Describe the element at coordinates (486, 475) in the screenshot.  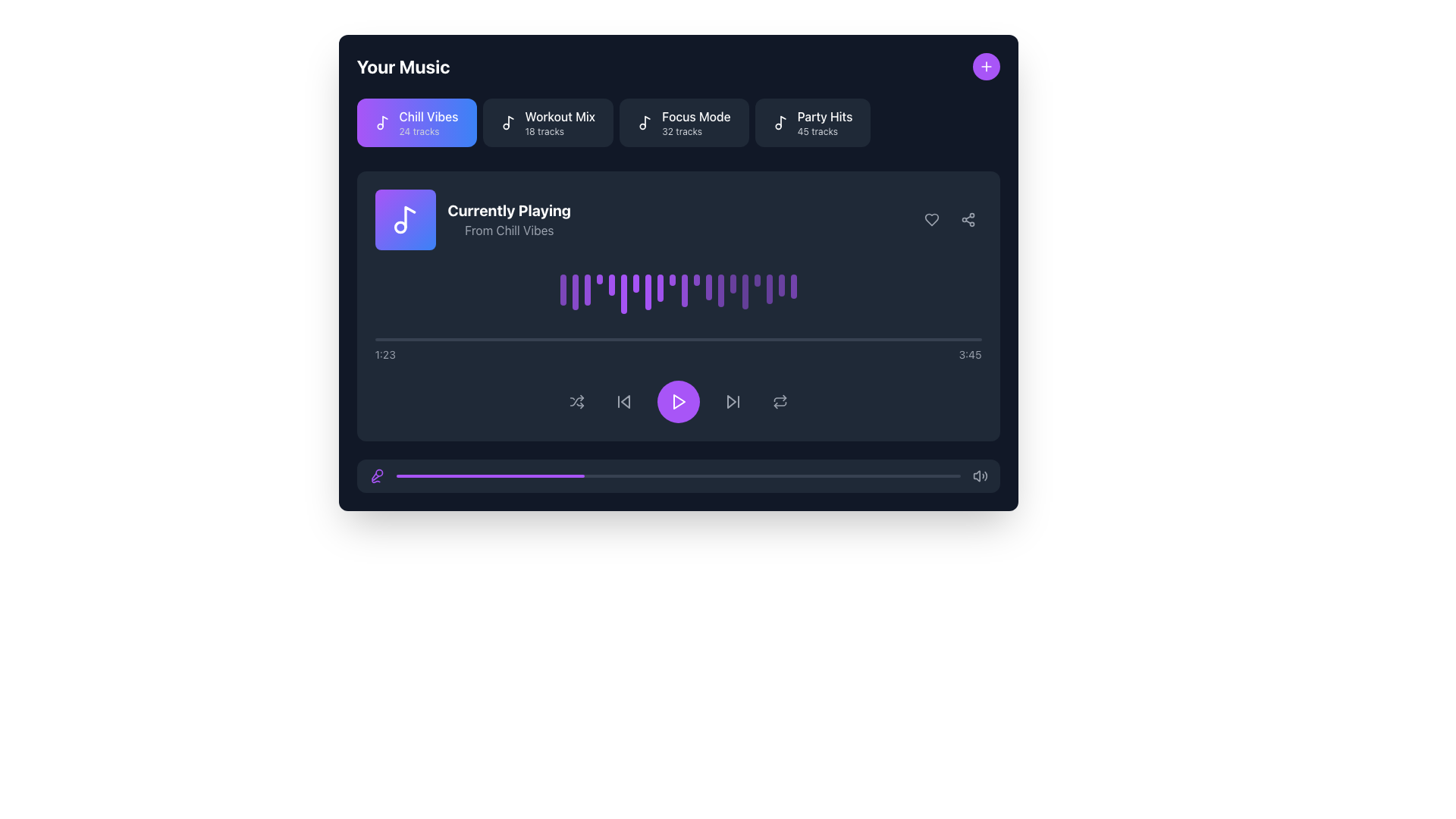
I see `the music progress bar` at that location.